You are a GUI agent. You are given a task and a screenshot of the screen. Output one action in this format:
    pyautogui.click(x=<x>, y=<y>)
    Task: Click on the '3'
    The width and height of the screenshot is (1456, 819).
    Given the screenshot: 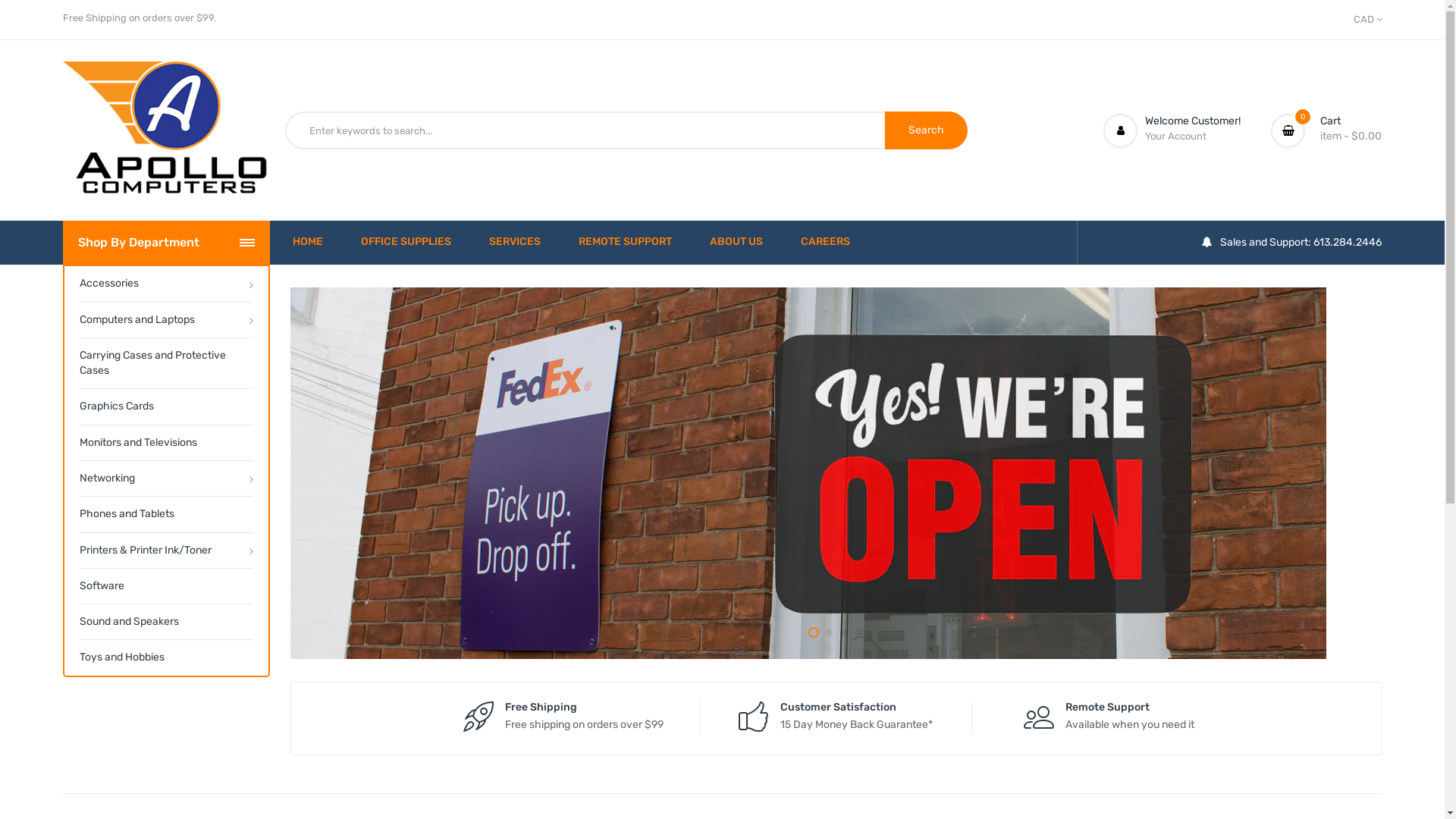 What is the action you would take?
    pyautogui.click(x=843, y=632)
    